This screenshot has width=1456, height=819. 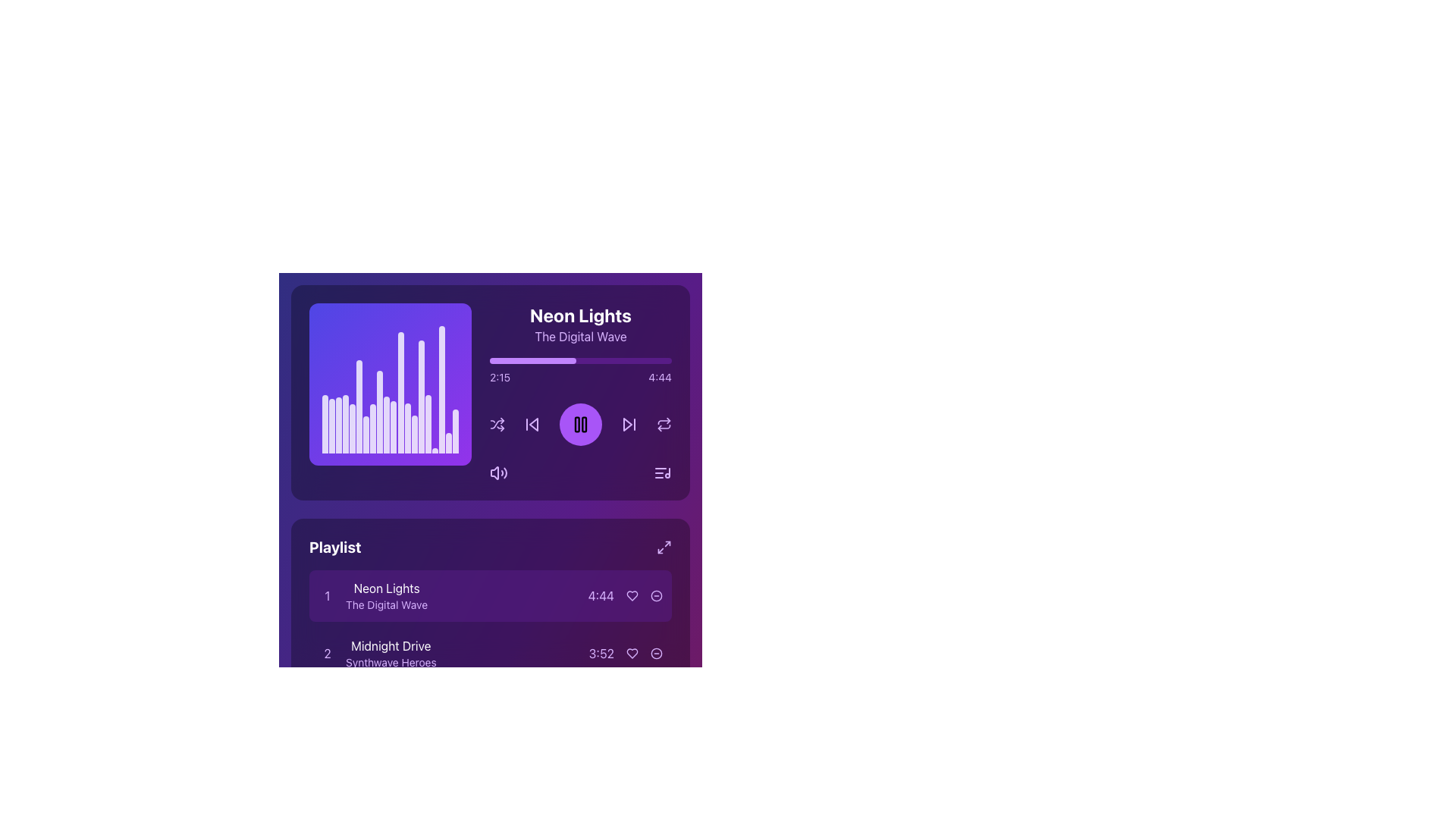 I want to click on the fifth Visualizer bar from the left in the top-left region of the interface as it animates, so click(x=351, y=428).